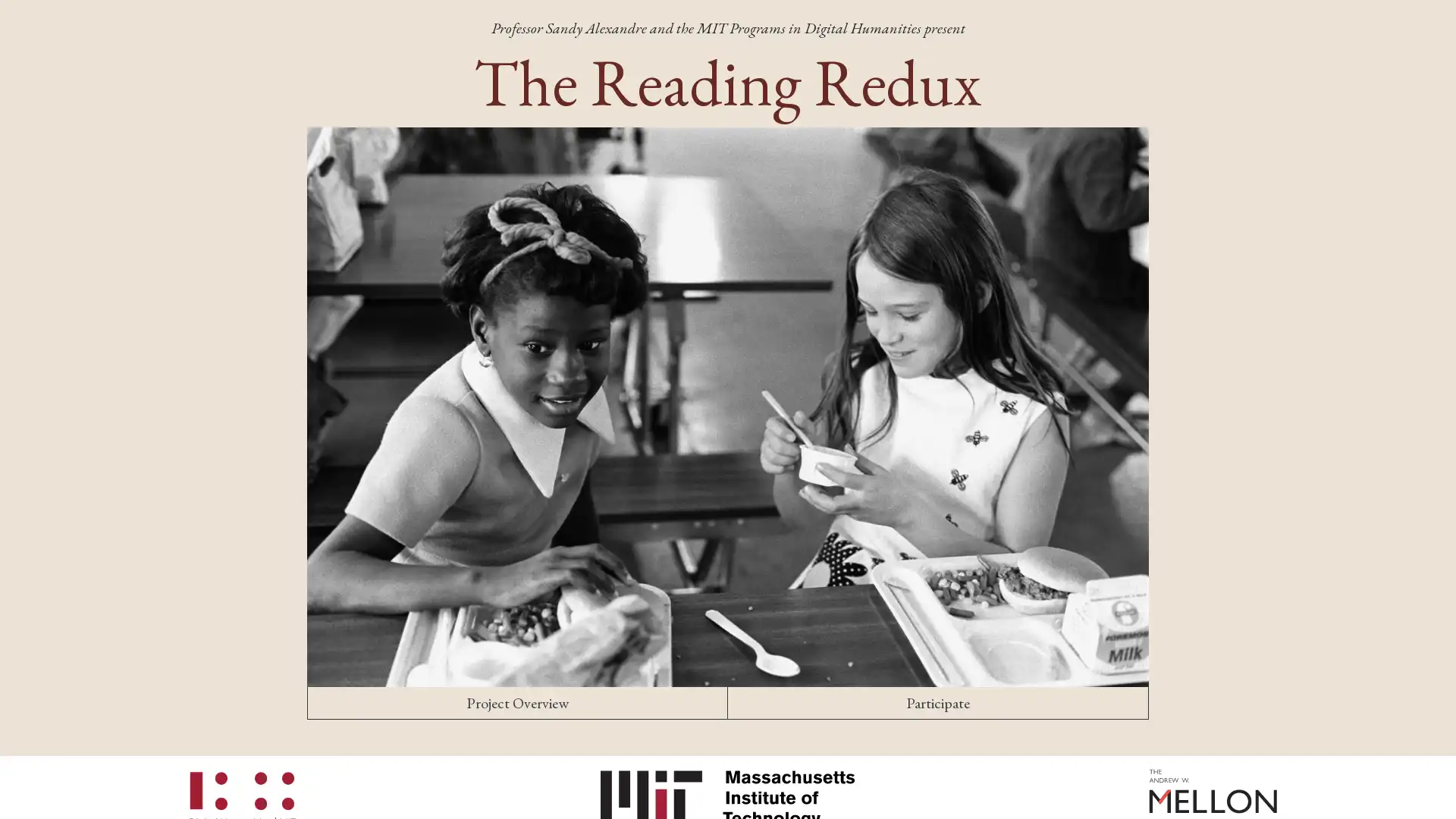 The height and width of the screenshot is (819, 1456). Describe the element at coordinates (517, 702) in the screenshot. I see `Project Overview` at that location.